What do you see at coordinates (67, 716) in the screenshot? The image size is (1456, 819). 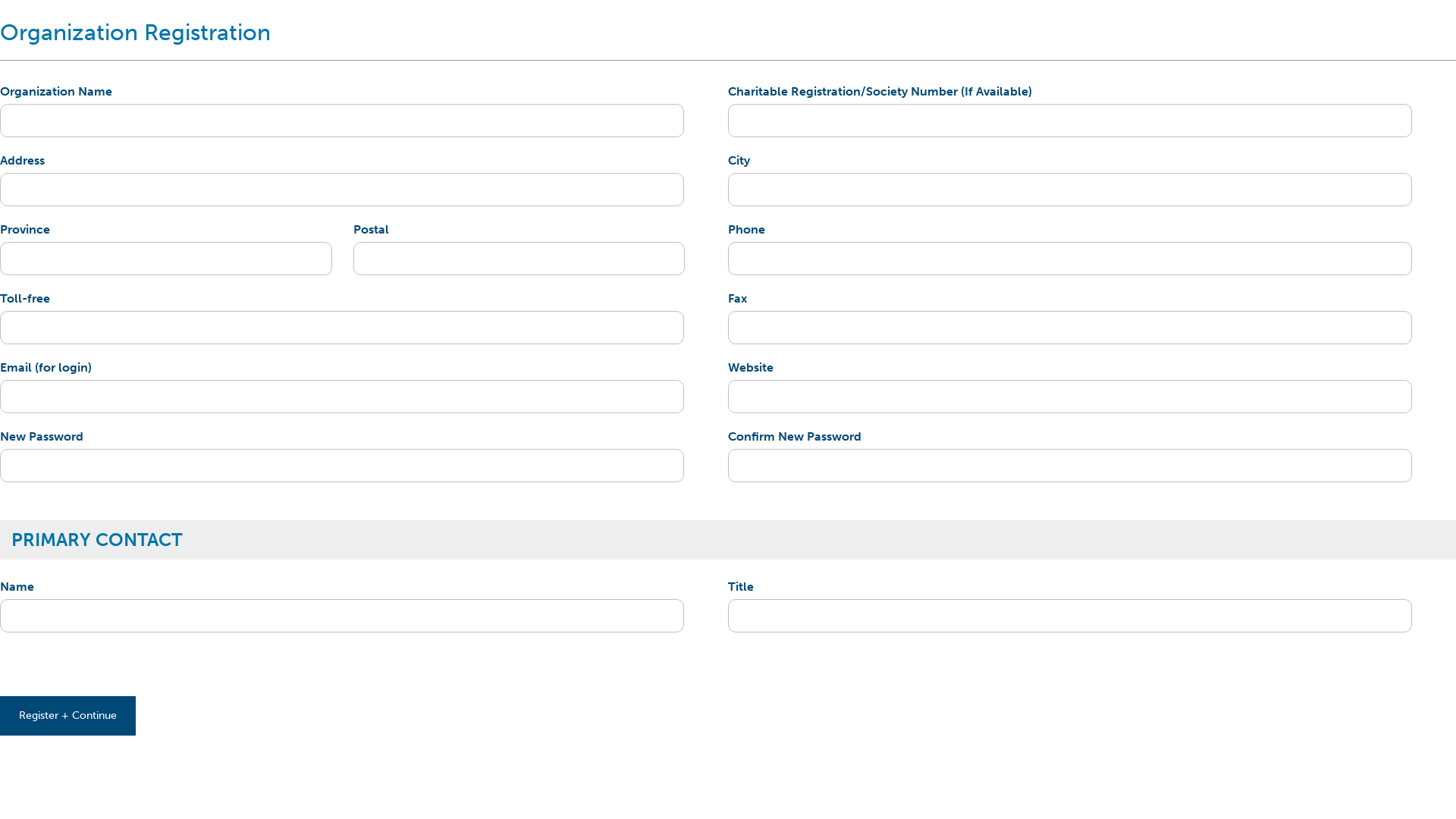 I see `'Register + Continue'` at bounding box center [67, 716].